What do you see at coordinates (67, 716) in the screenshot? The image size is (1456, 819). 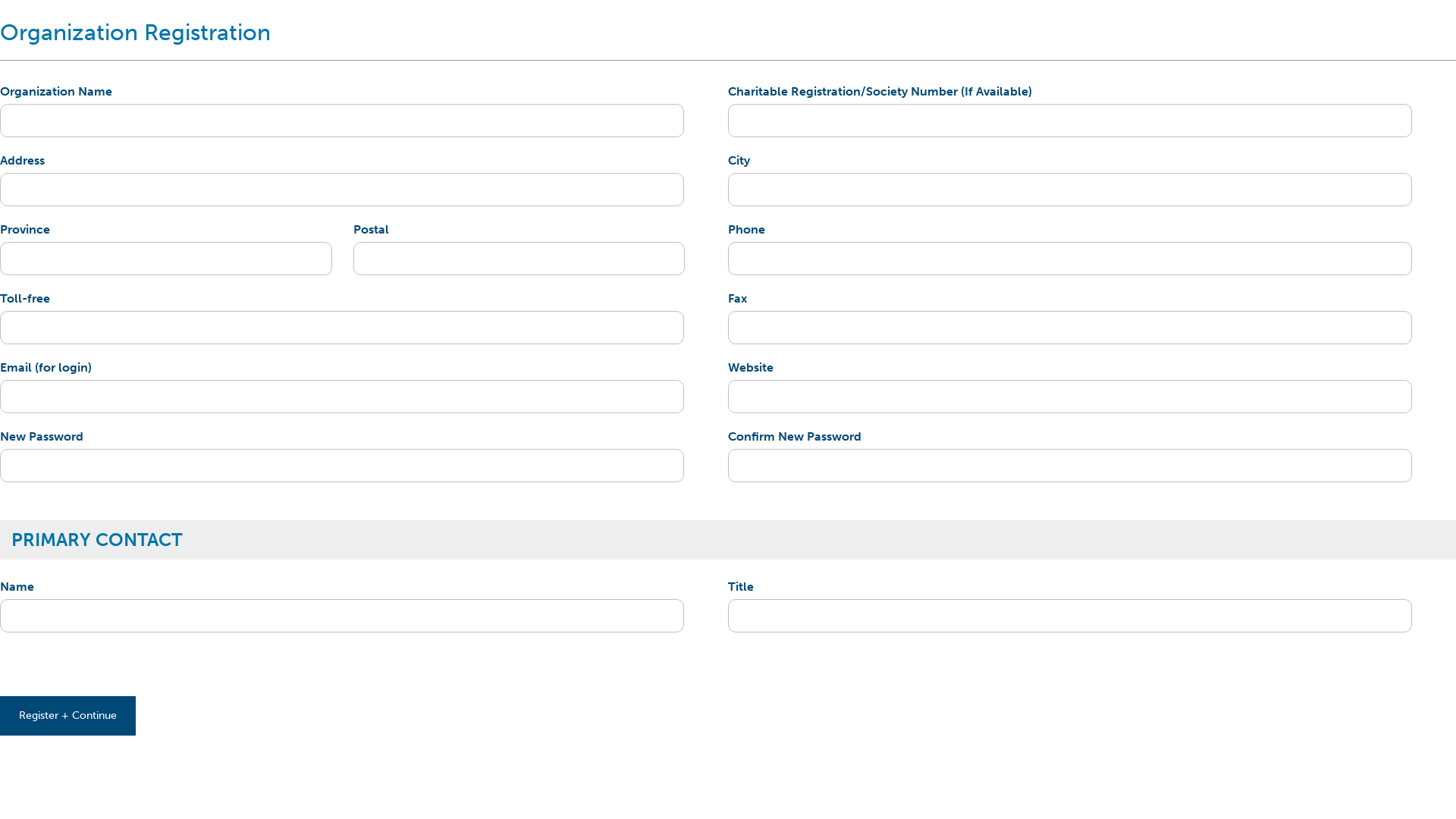 I see `'Register + Continue'` at bounding box center [67, 716].